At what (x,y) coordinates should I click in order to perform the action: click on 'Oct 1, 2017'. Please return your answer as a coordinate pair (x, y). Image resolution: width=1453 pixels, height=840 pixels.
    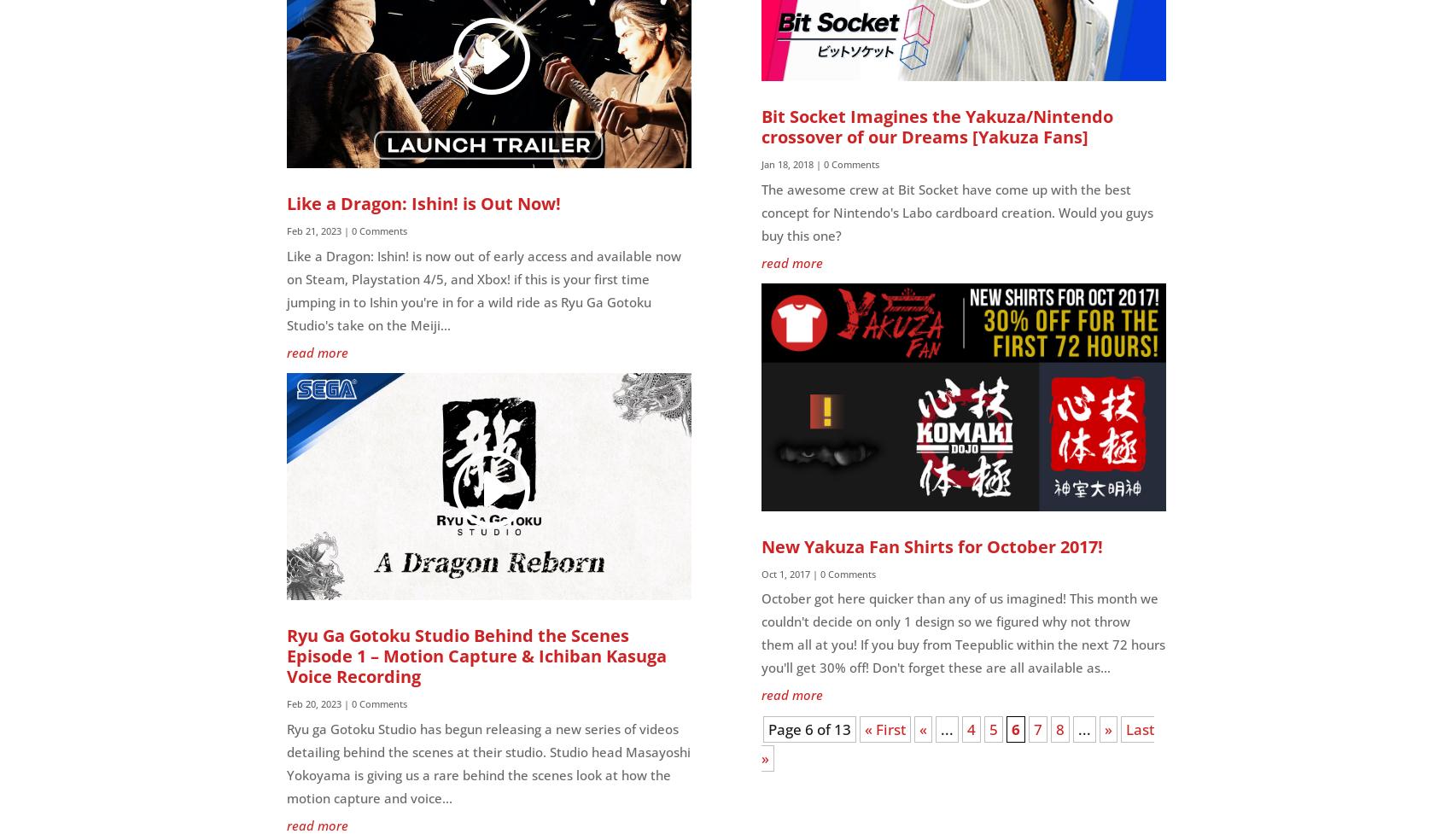
    Looking at the image, I should click on (785, 573).